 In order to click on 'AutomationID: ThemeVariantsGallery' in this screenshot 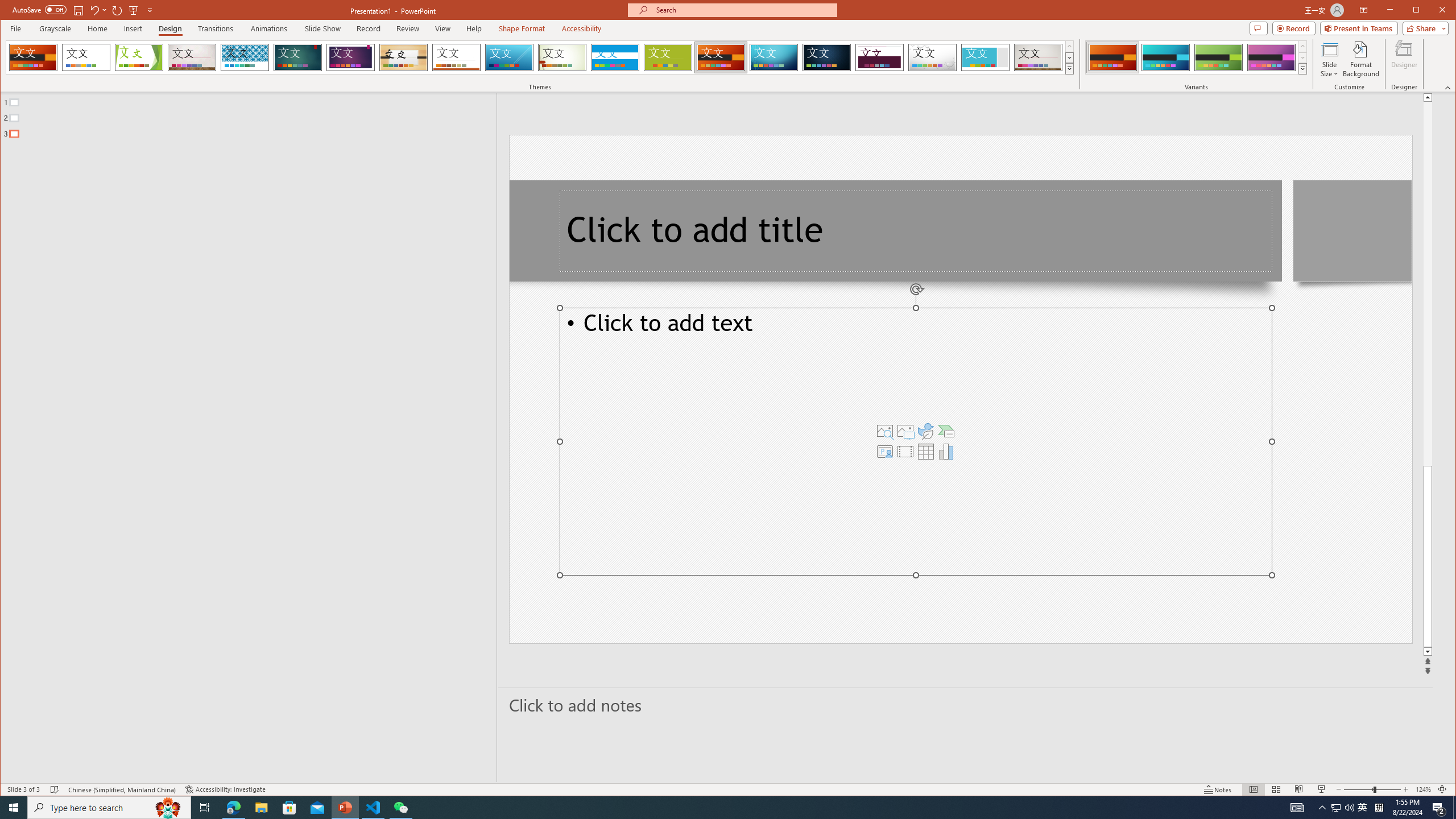, I will do `click(1196, 56)`.